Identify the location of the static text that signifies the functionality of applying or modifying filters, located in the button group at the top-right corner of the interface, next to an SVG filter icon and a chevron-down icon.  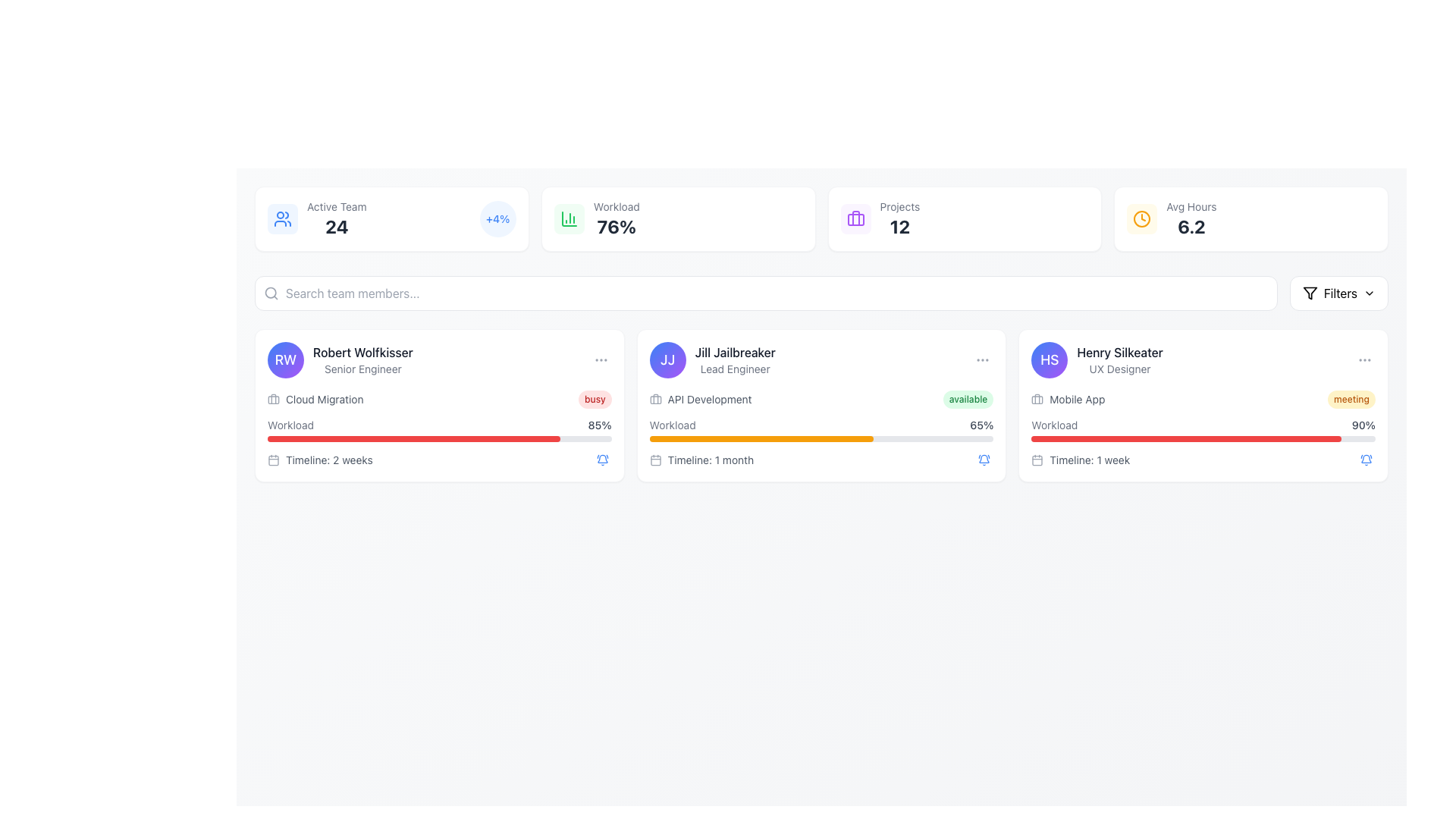
(1340, 293).